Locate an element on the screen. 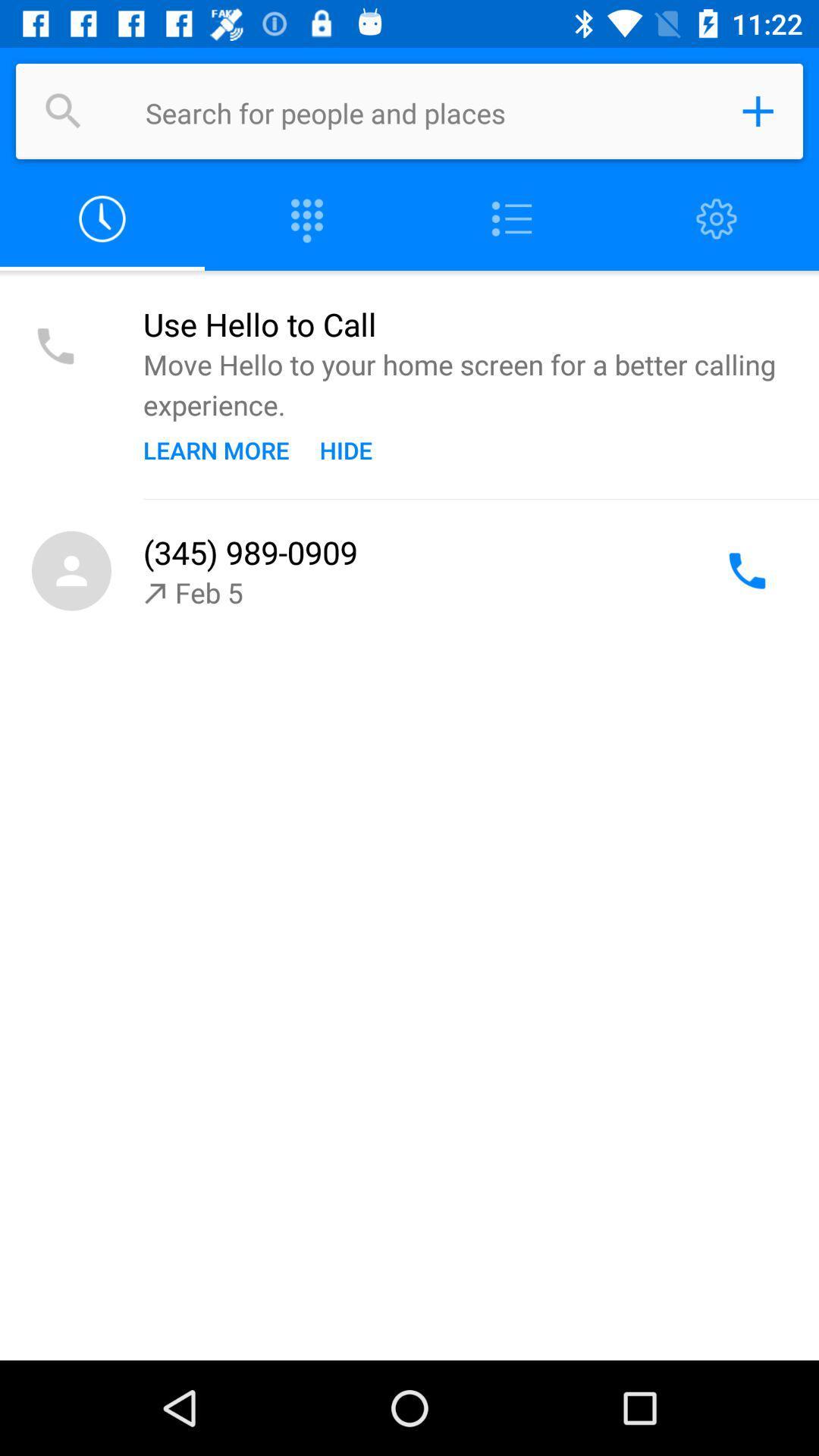  a contact is located at coordinates (758, 111).